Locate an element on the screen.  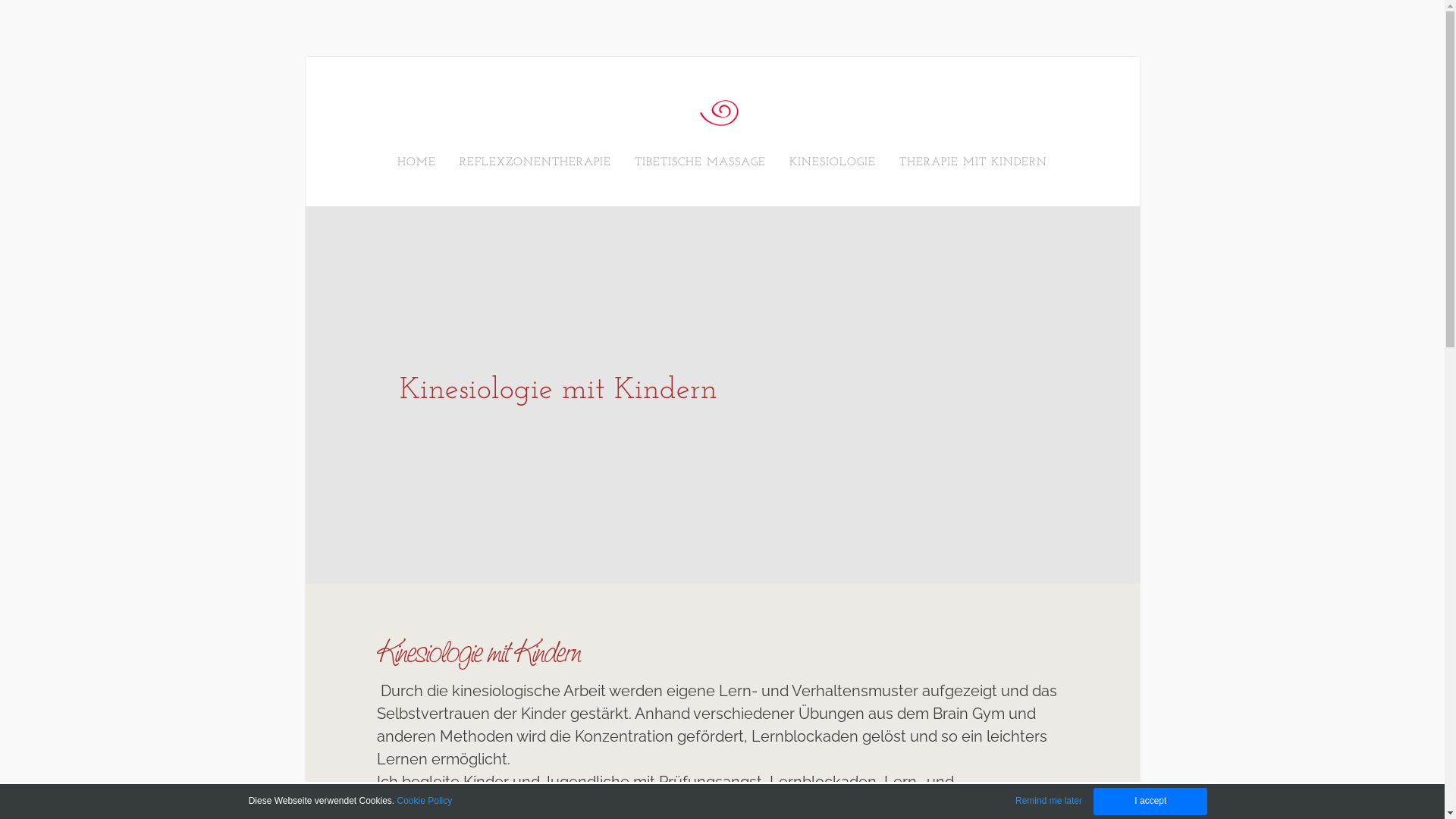
'Cookie Policy' is located at coordinates (425, 800).